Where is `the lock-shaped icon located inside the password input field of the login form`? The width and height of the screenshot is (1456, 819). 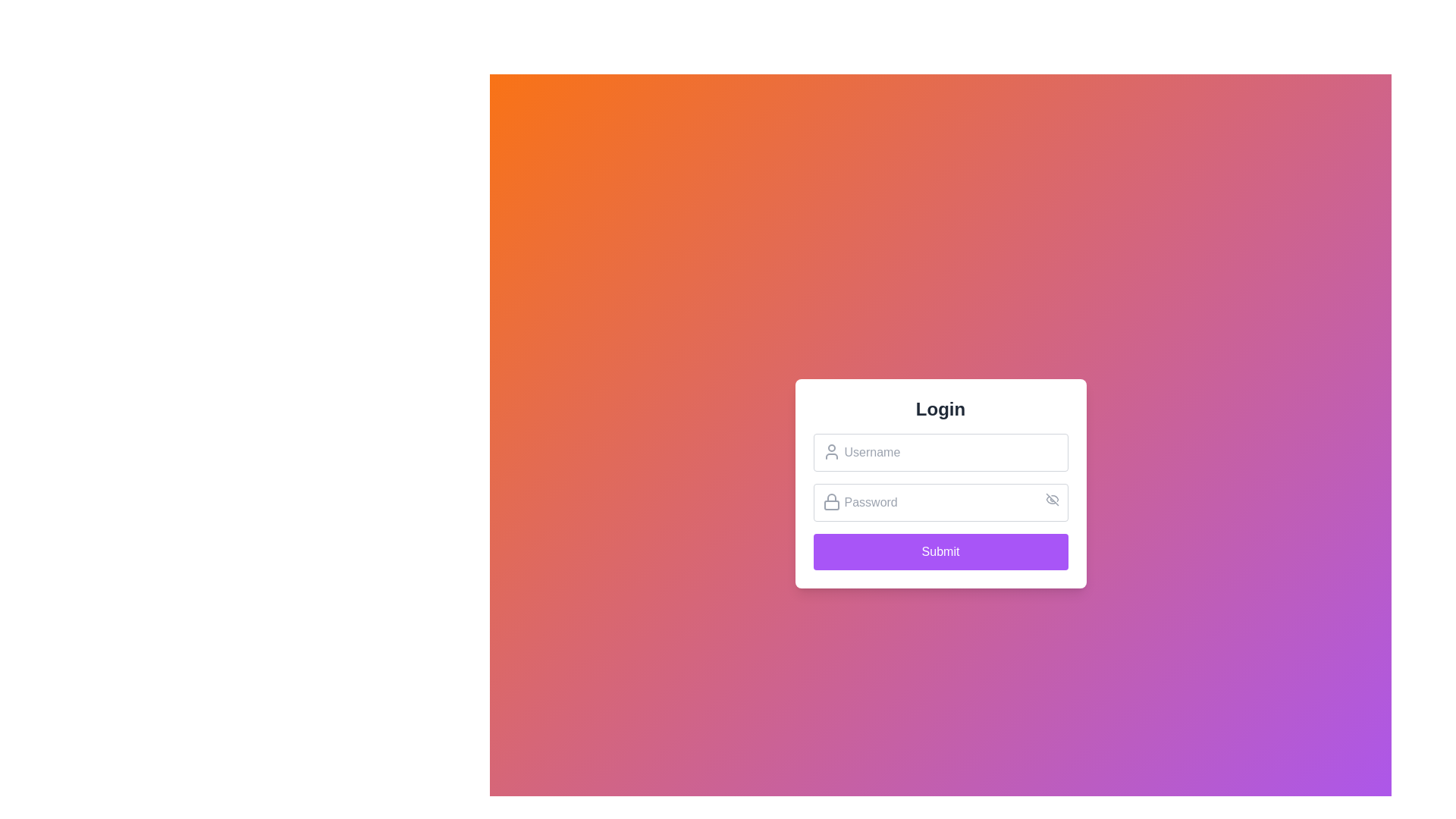 the lock-shaped icon located inside the password input field of the login form is located at coordinates (830, 497).